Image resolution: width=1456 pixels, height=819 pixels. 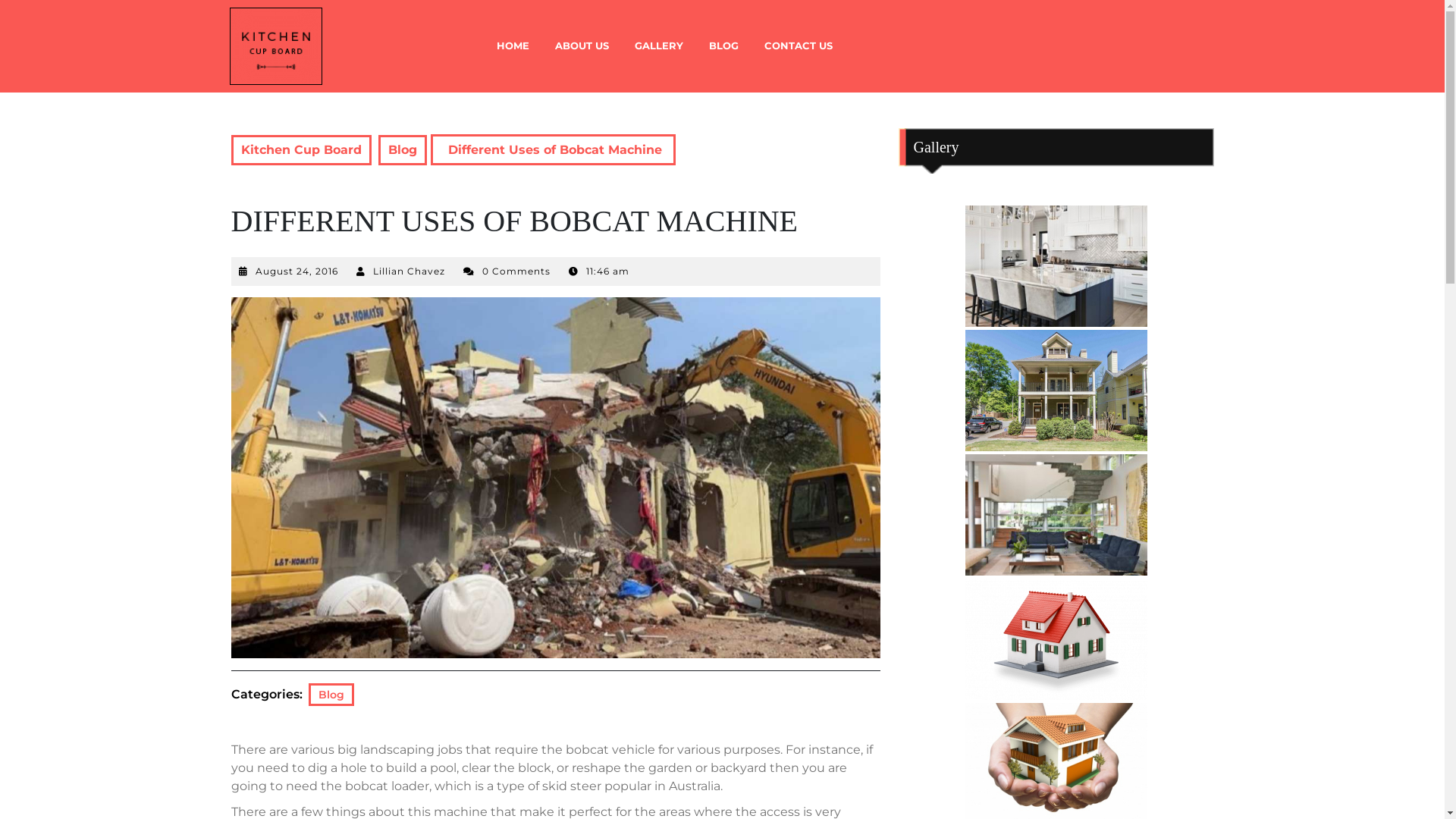 What do you see at coordinates (484, 45) in the screenshot?
I see `'HOME'` at bounding box center [484, 45].